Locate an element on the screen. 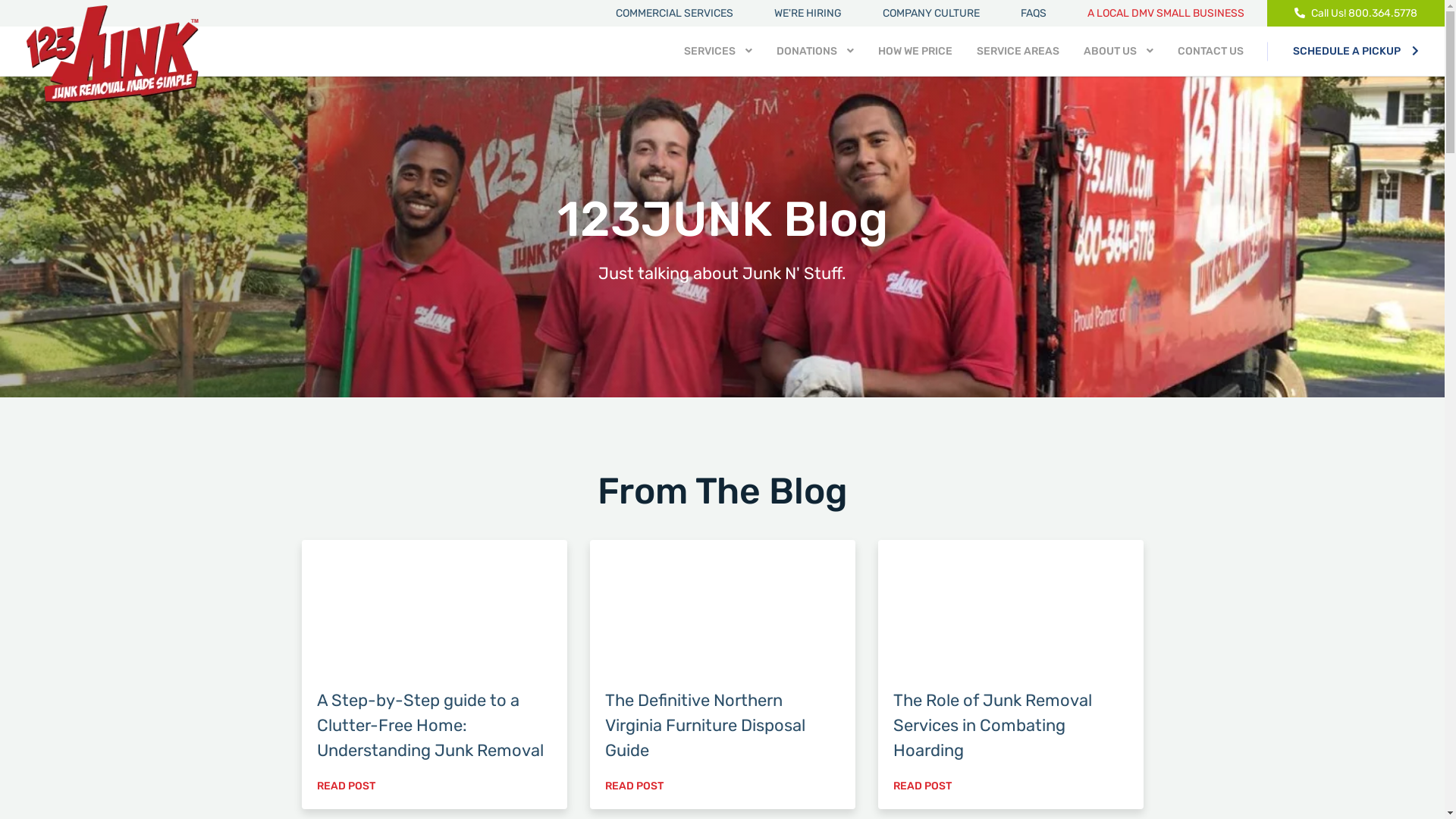 The image size is (1456, 819). 'COMMERCIAL SERVICES' is located at coordinates (673, 13).